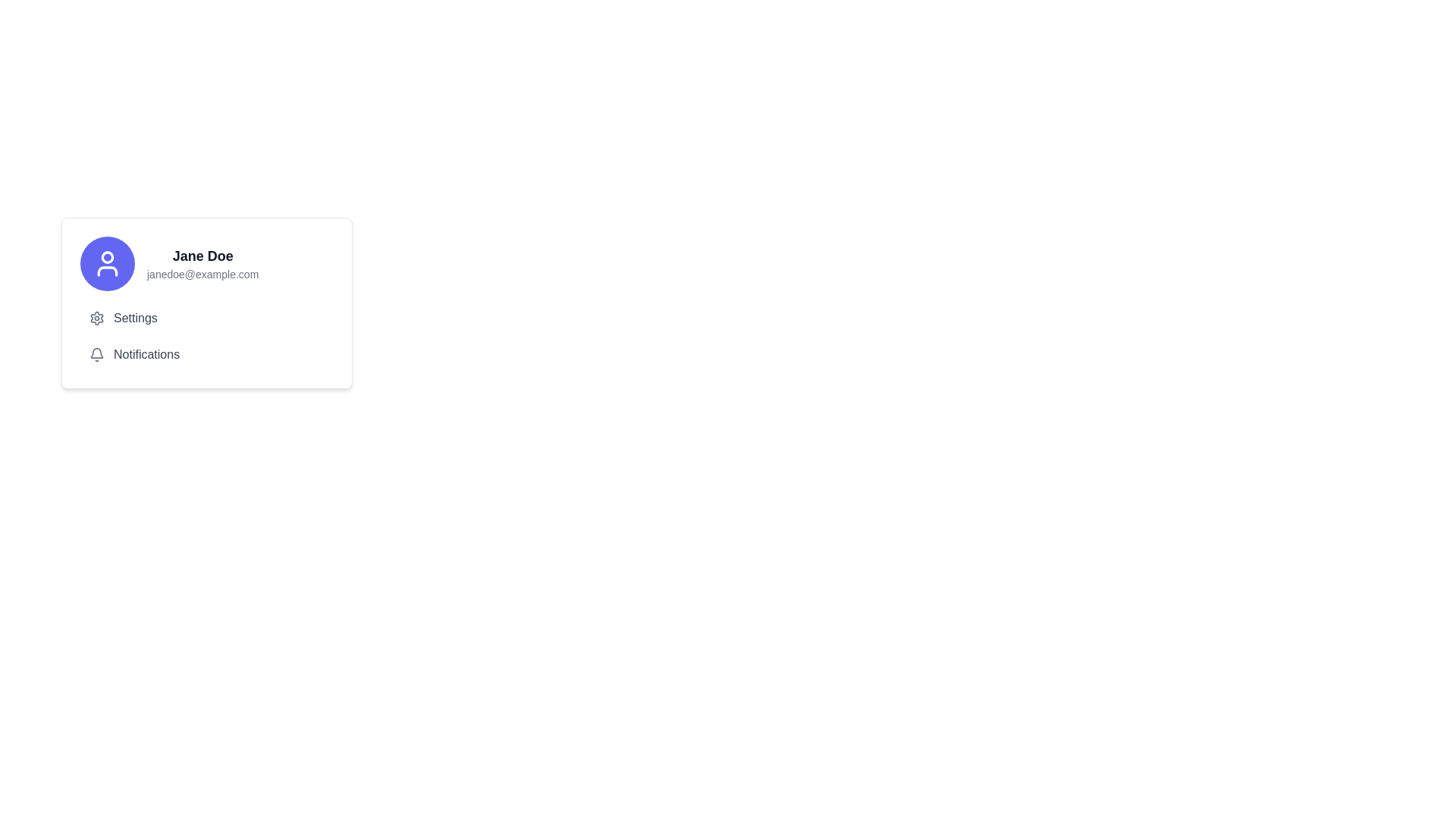 The image size is (1456, 819). Describe the element at coordinates (202, 275) in the screenshot. I see `the text display element showing the email address 'janedoe@example.com', which is located beneath the name 'Jane Doe' within the profile card` at that location.